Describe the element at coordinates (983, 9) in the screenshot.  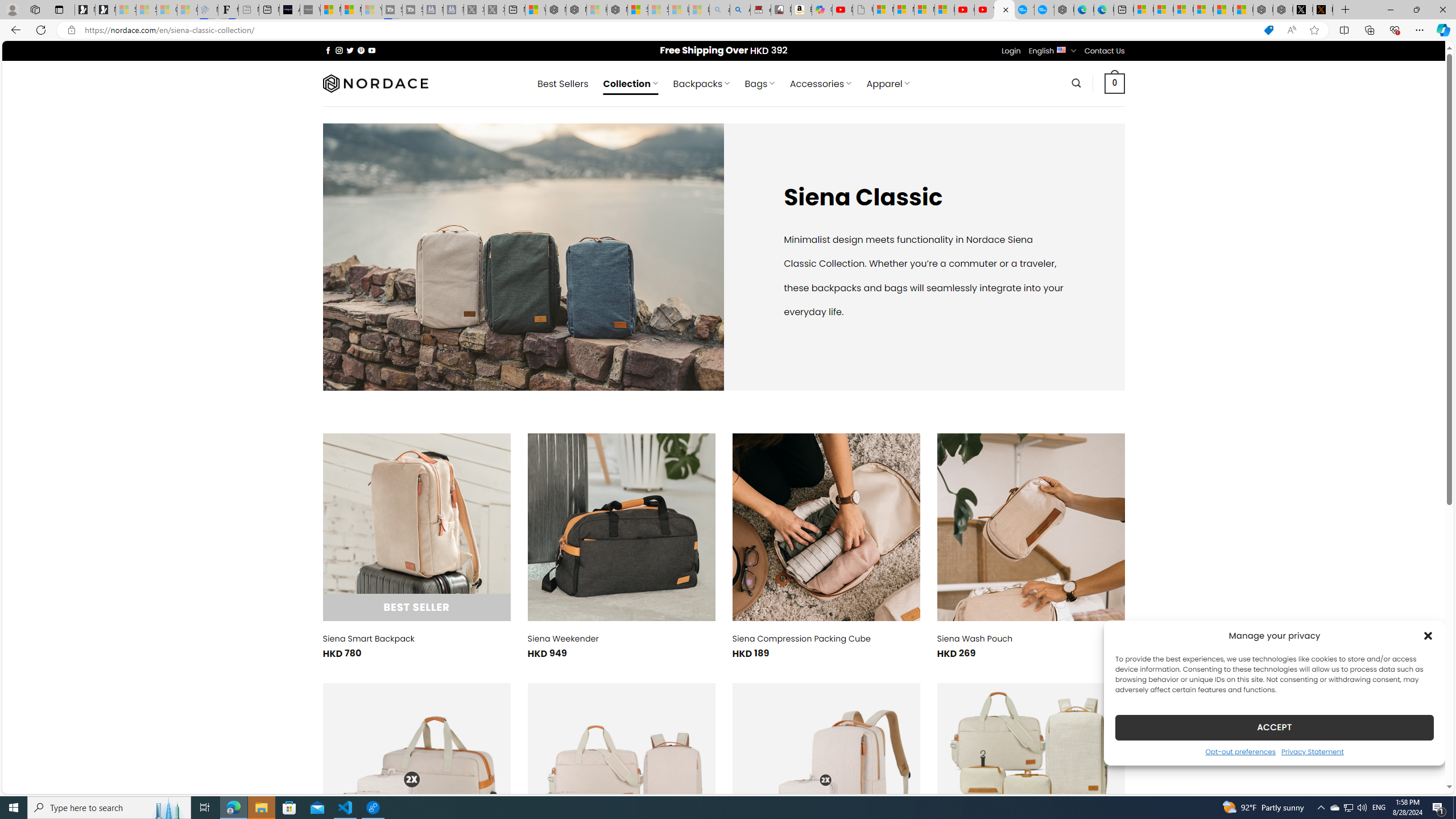
I see `'YouTube Kids - An App Created for Kids to Explore Content'` at that location.